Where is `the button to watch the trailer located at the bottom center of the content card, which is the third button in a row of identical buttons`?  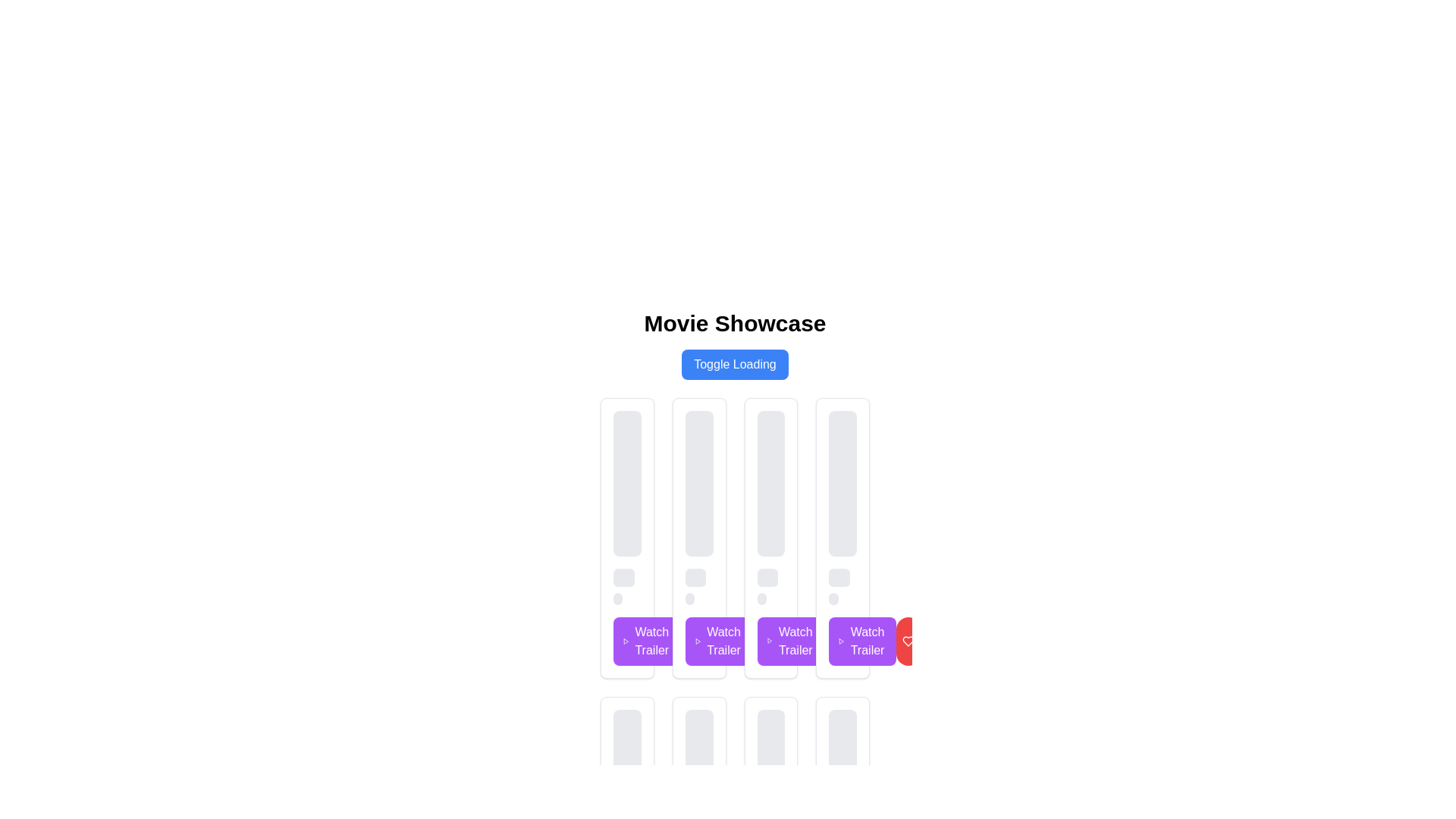
the button to watch the trailer located at the bottom center of the content card, which is the third button in a row of identical buttons is located at coordinates (770, 641).